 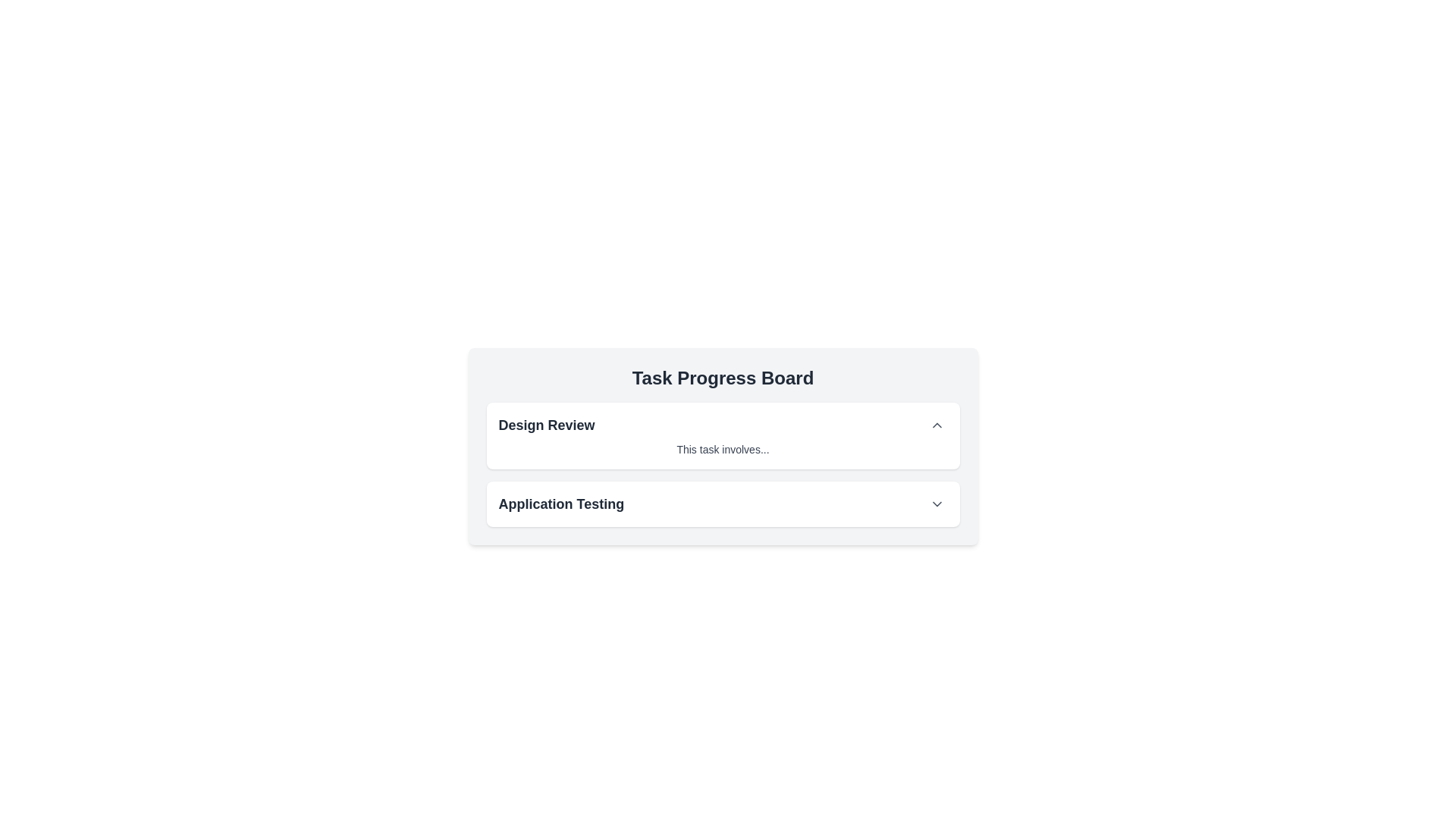 I want to click on the button located at the right end of the 'Design Review' section, so click(x=936, y=425).